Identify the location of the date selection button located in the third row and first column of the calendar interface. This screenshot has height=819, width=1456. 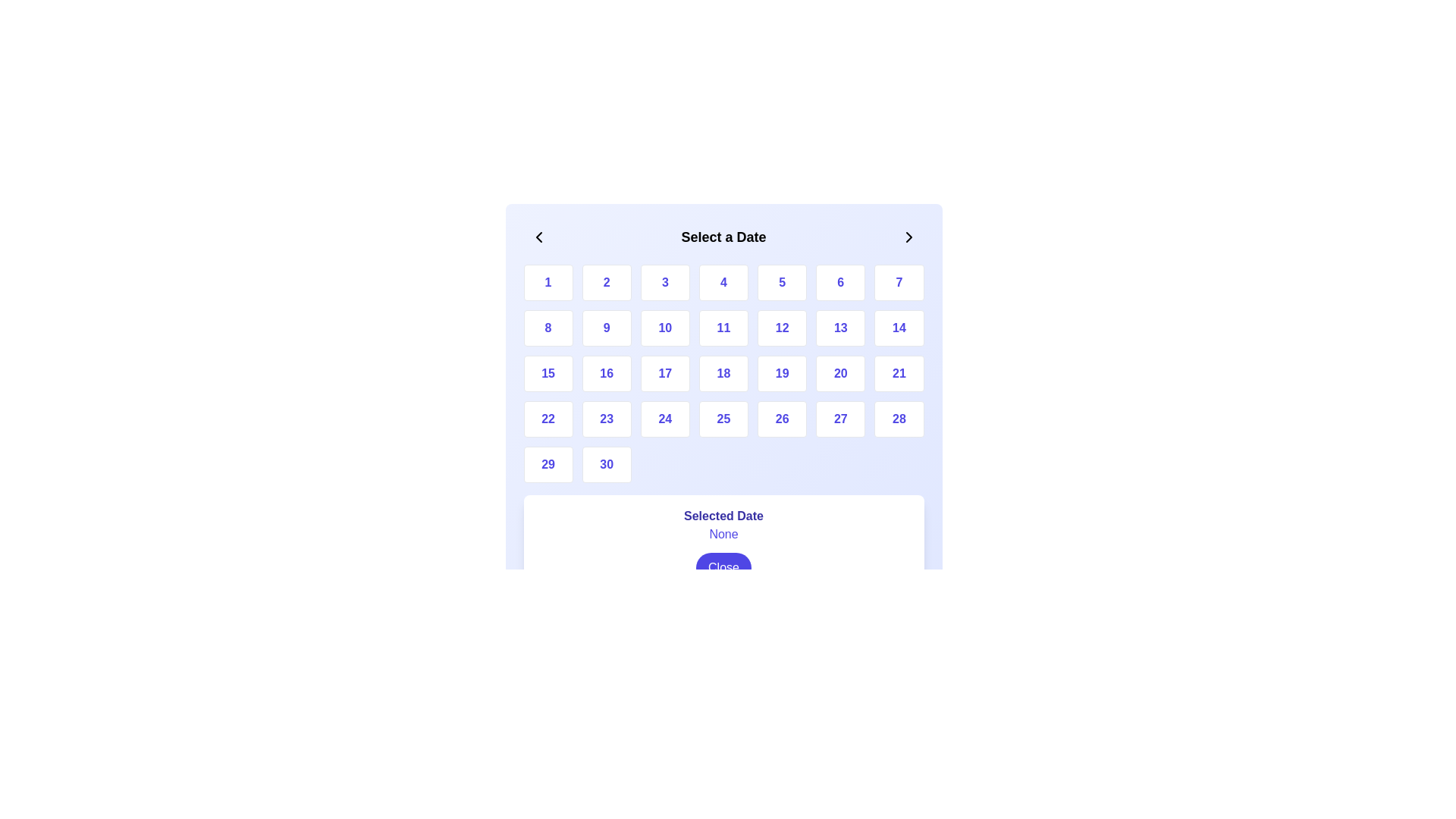
(548, 374).